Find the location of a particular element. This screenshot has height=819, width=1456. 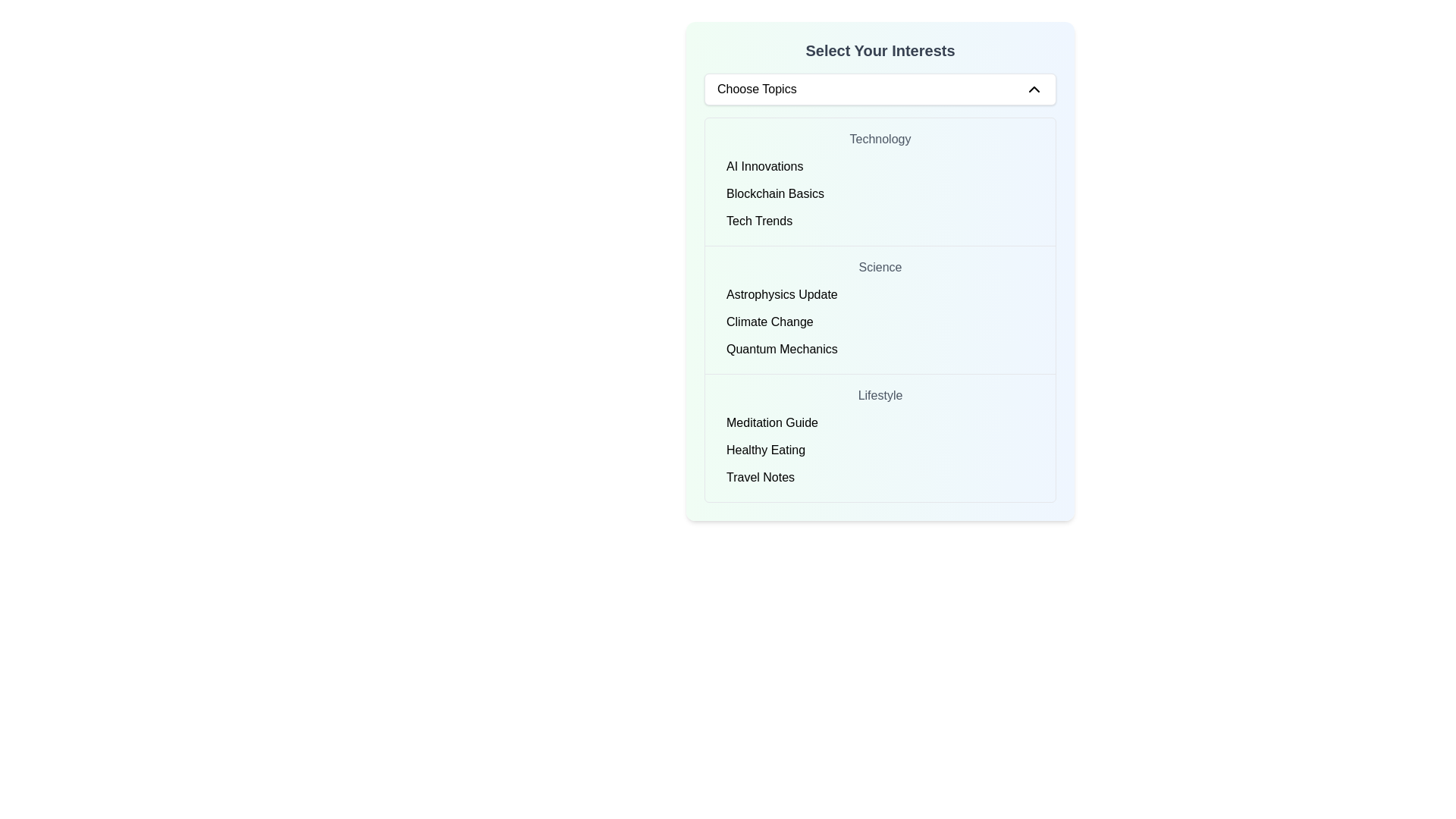

the 'Blockchain Basics' text label, which is the second item is located at coordinates (775, 193).